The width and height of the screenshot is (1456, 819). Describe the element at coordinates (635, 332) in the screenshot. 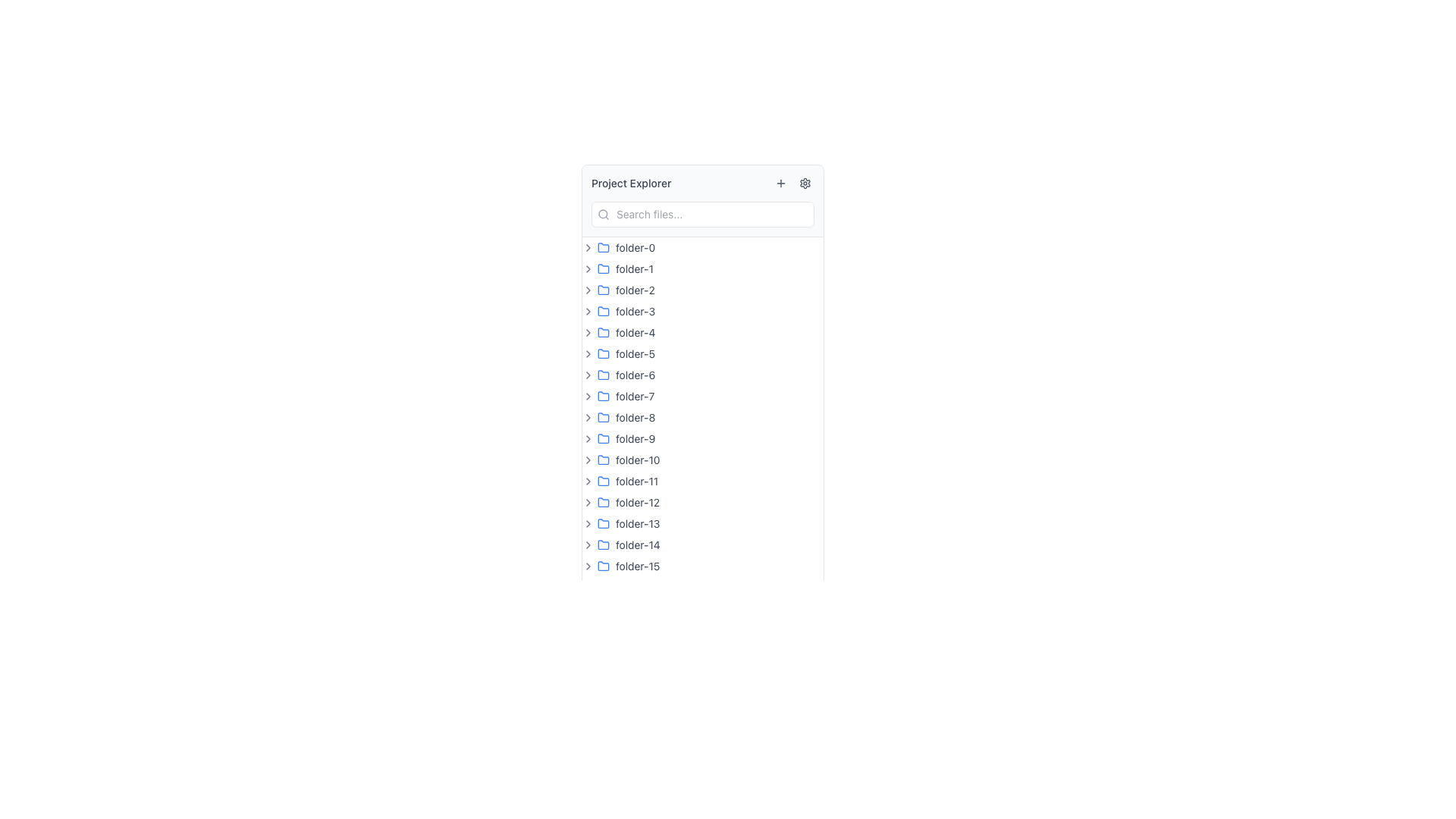

I see `the text label displaying 'folder-4' in the Project Explorer section, which is the fifth item in the vertical list of folders` at that location.